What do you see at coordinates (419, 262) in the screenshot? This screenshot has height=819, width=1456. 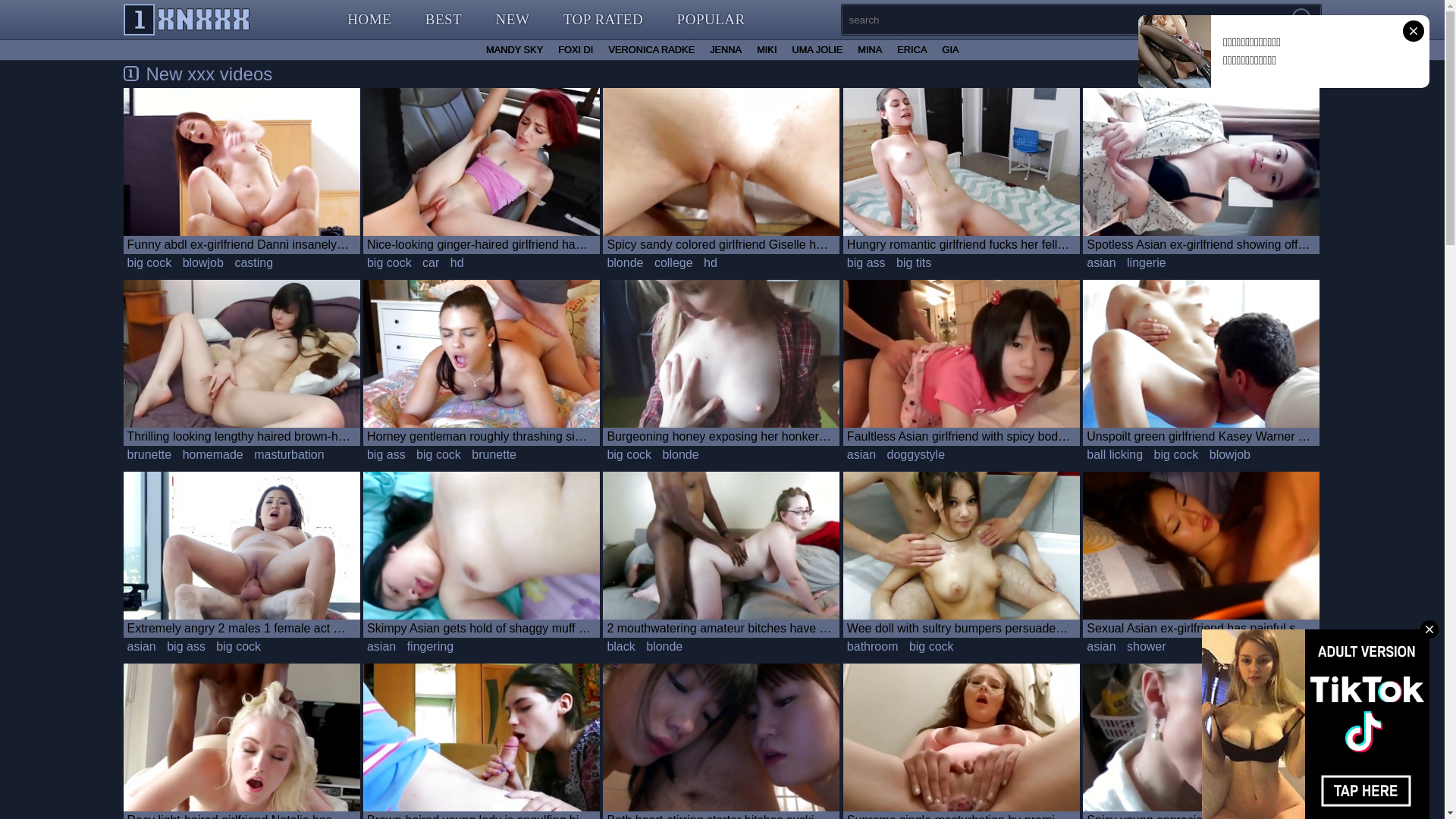 I see `'car'` at bounding box center [419, 262].